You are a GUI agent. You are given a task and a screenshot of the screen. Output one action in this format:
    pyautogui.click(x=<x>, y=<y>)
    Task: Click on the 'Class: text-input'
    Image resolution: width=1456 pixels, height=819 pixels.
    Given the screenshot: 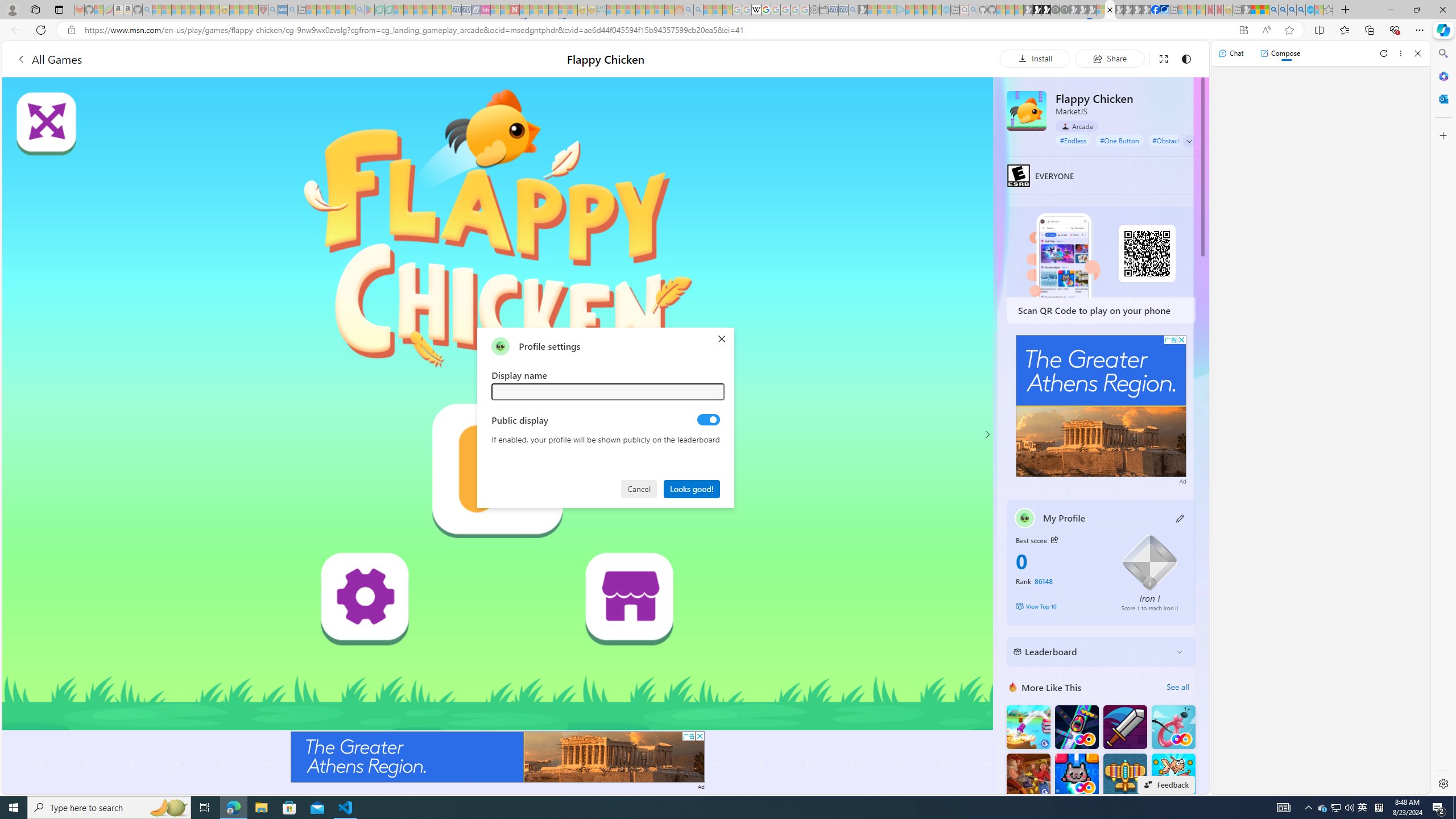 What is the action you would take?
    pyautogui.click(x=608, y=391)
    